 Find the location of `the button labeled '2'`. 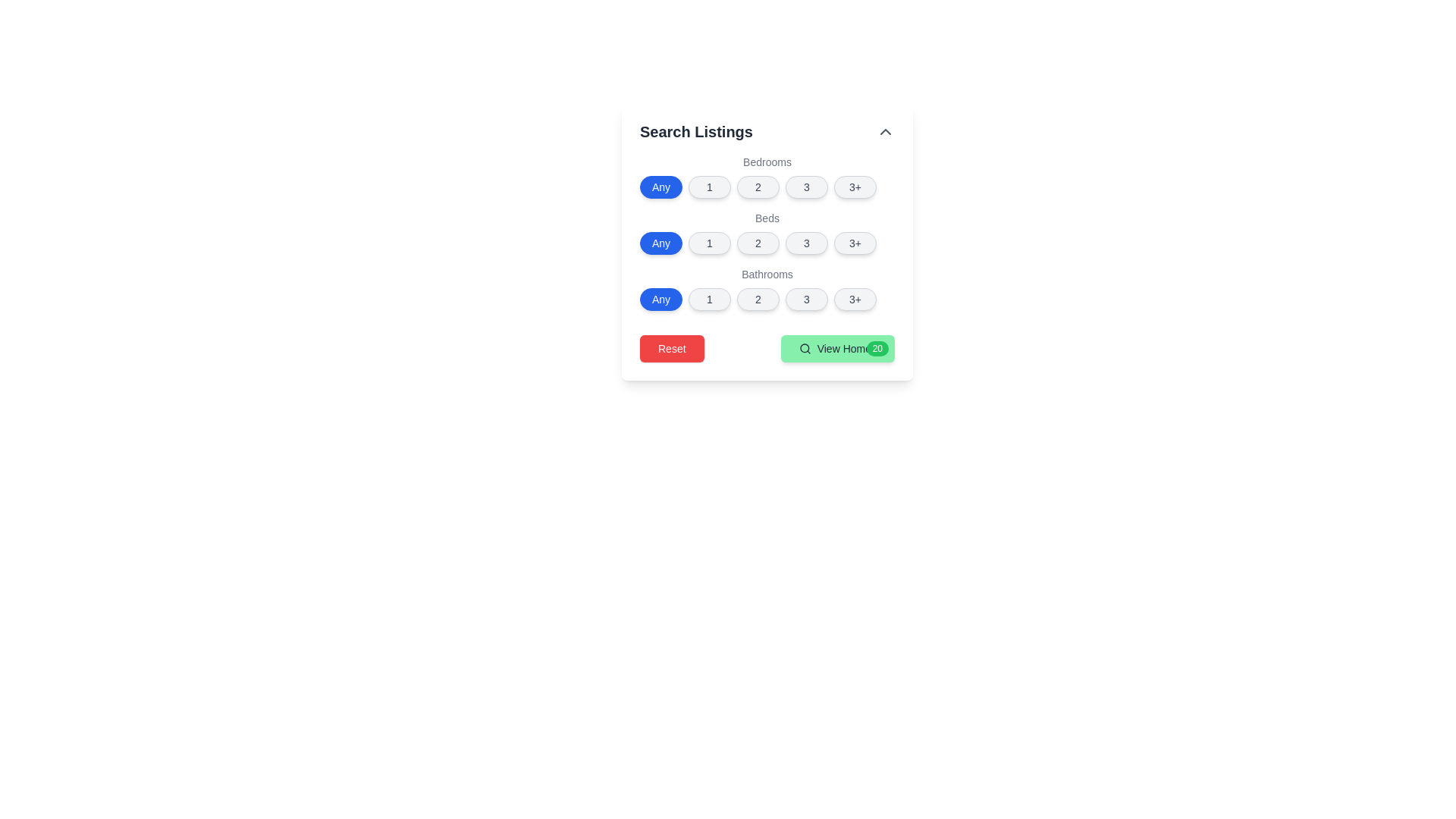

the button labeled '2' is located at coordinates (758, 299).